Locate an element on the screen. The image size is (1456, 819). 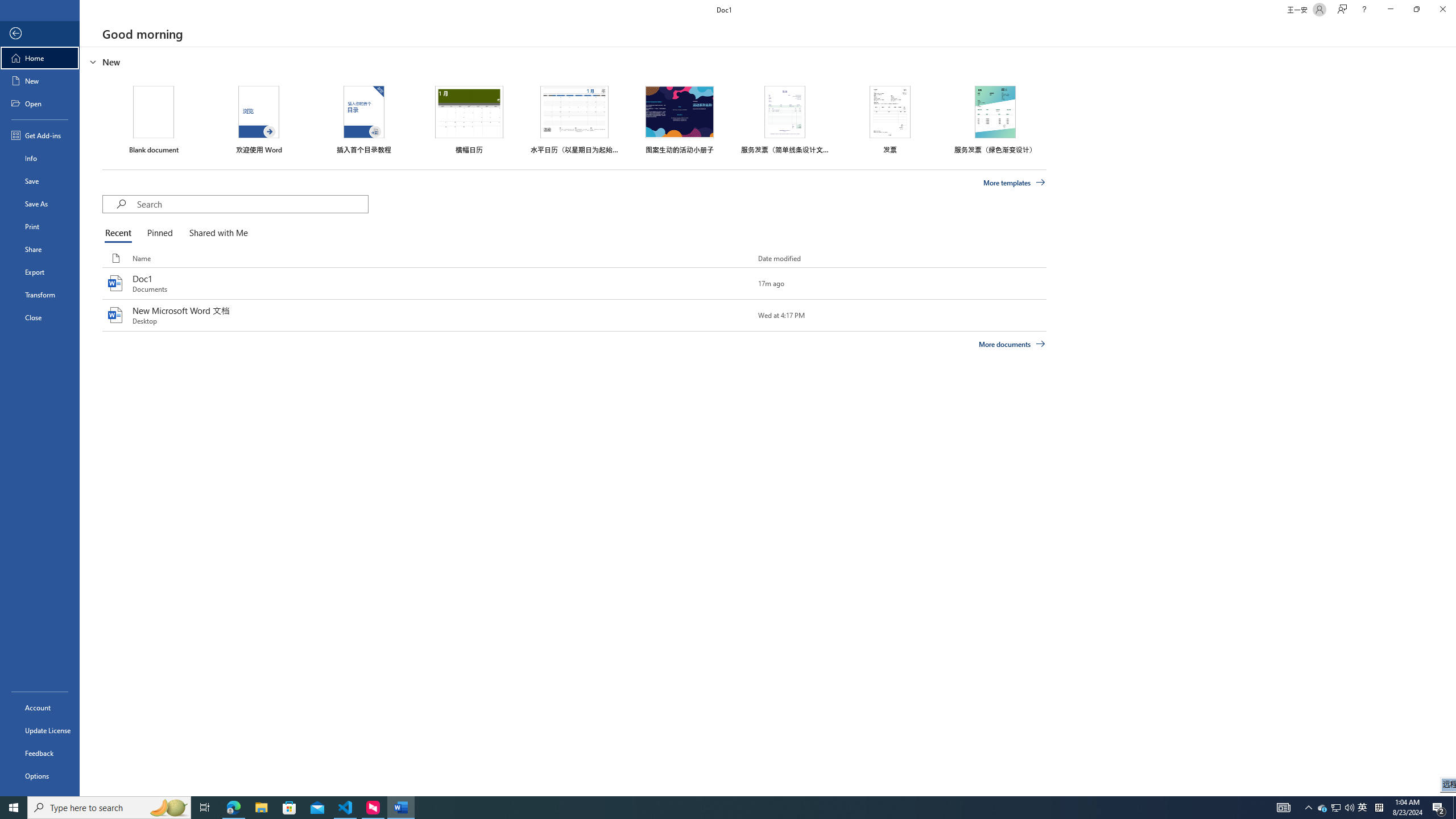
'Hide or show region' is located at coordinates (93, 61).